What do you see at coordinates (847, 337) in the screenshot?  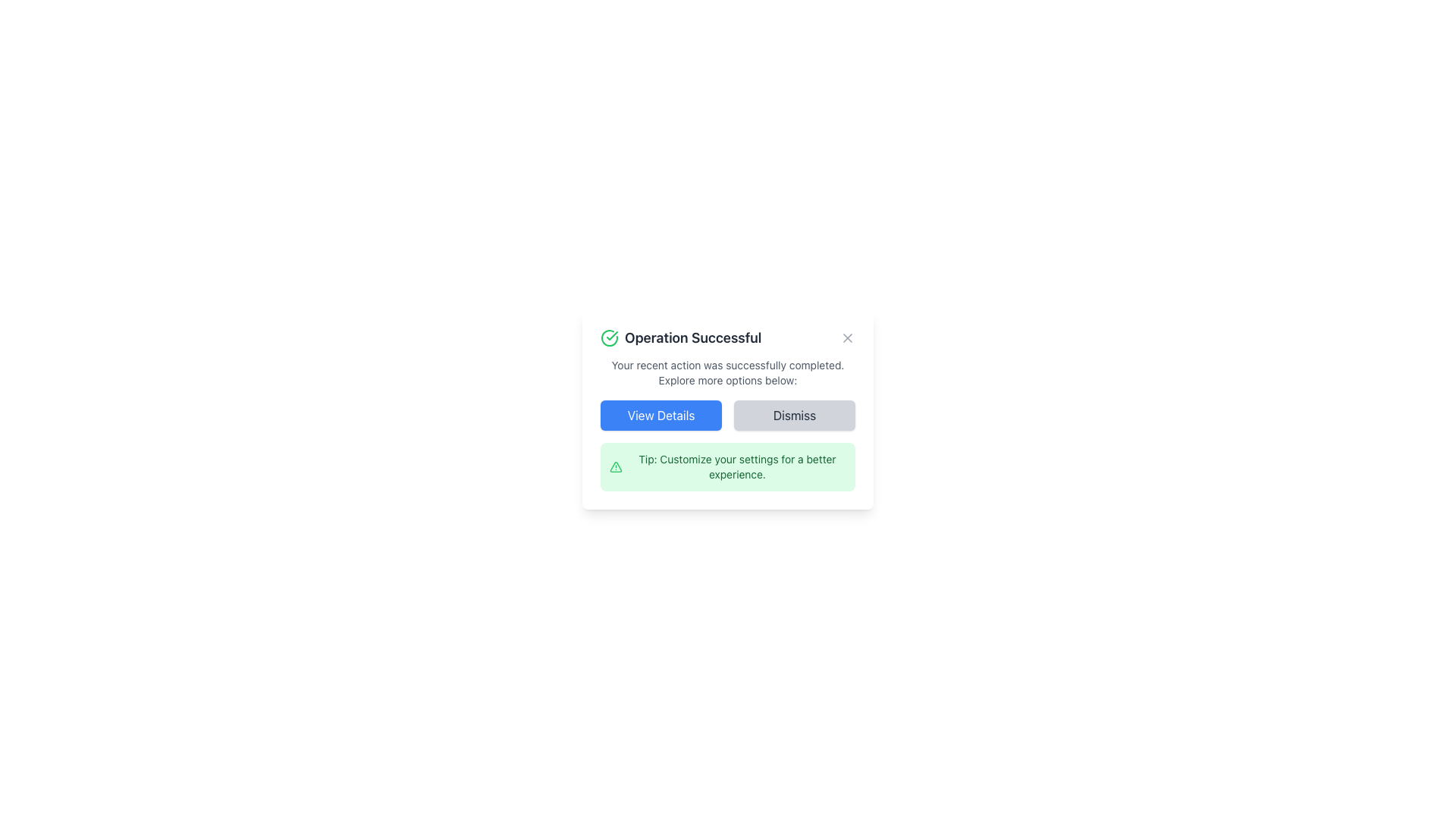 I see `the dismiss button represented by an 'X' icon located at the top-right corner of the notification card with the message 'Operation Successful'` at bounding box center [847, 337].